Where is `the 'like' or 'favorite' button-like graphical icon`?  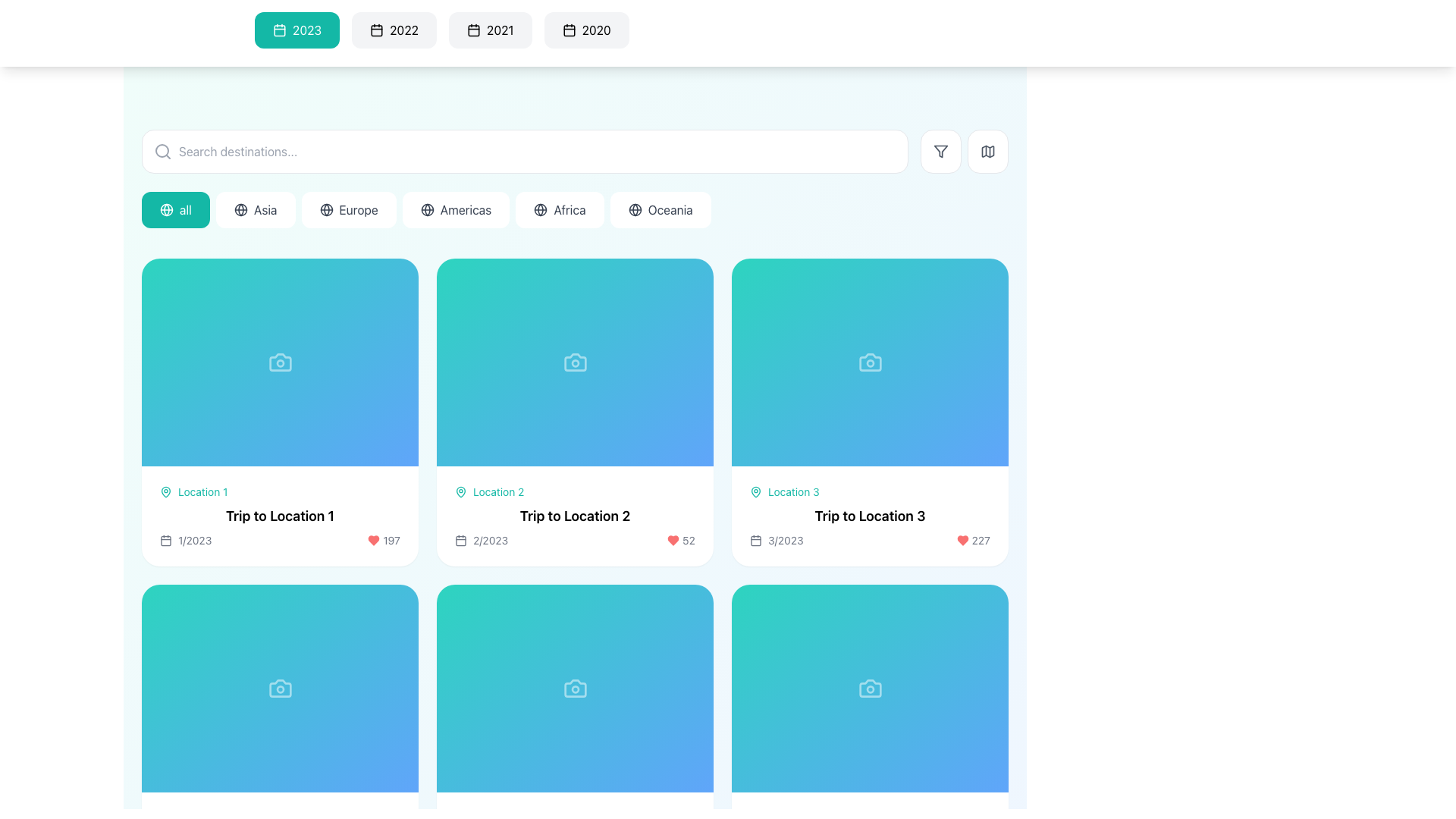
the 'like' or 'favorite' button-like graphical icon is located at coordinates (962, 539).